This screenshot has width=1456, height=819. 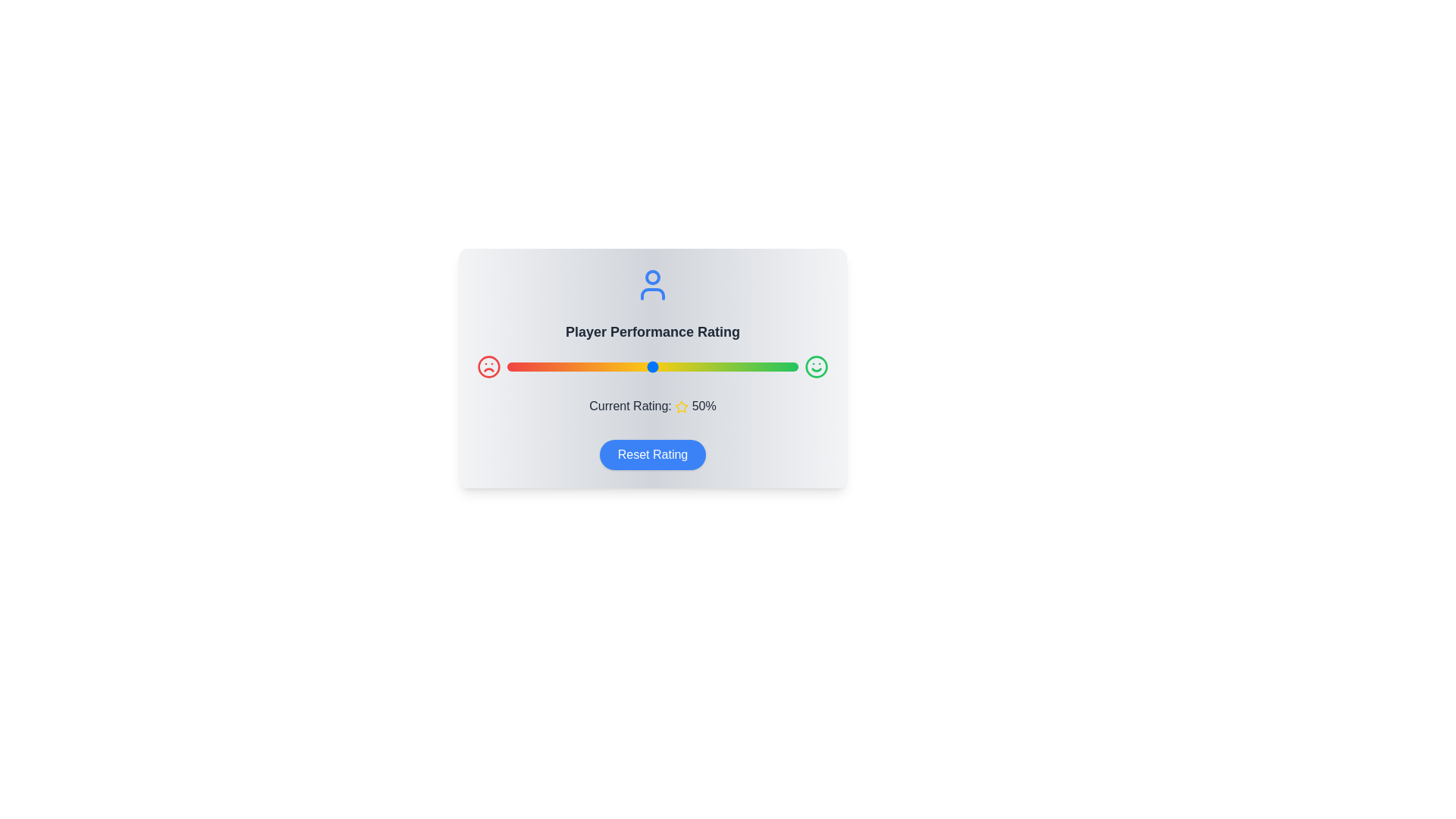 I want to click on the slider to set the rating to 58%, so click(x=675, y=366).